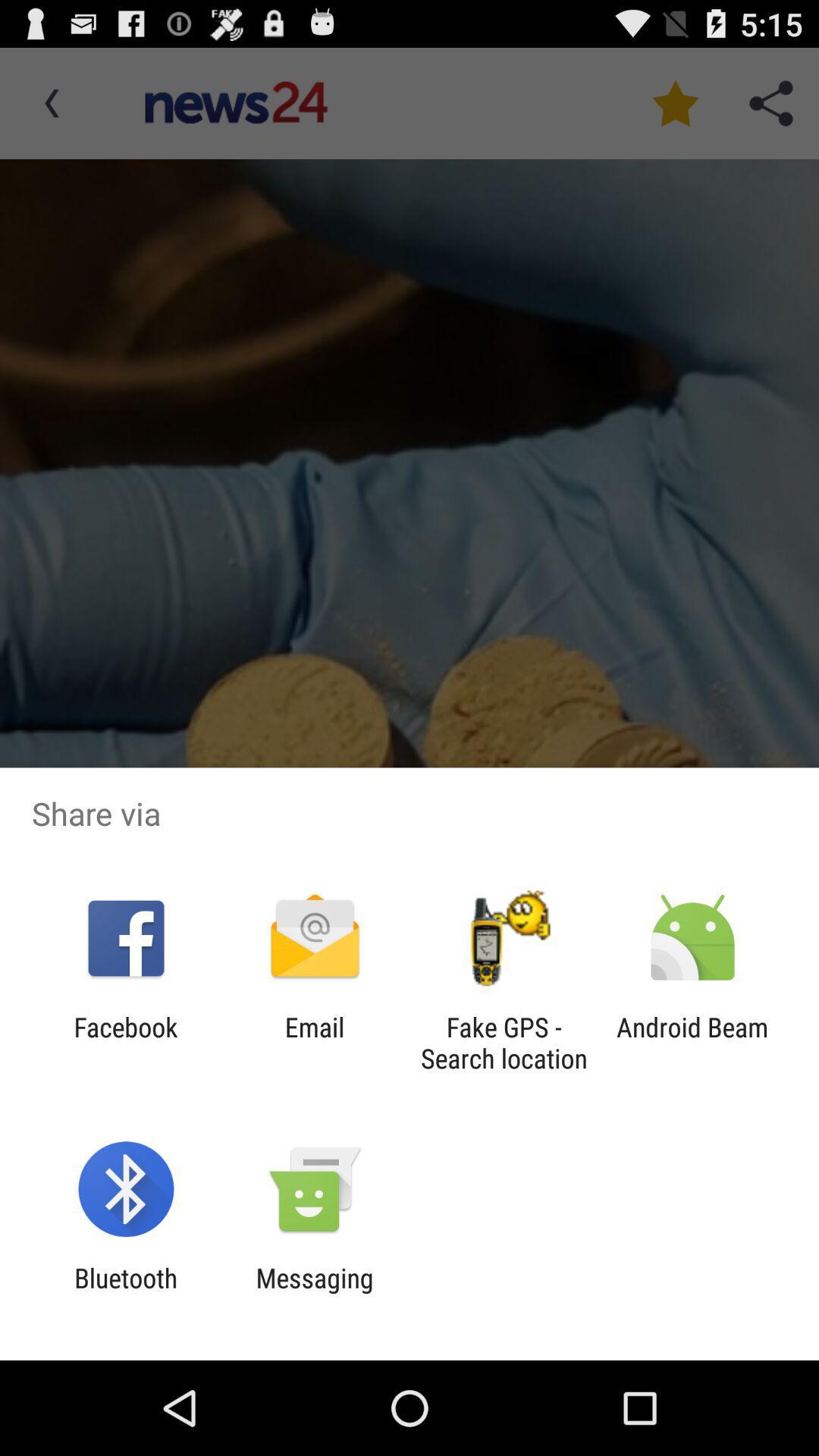 Image resolution: width=819 pixels, height=1456 pixels. What do you see at coordinates (504, 1042) in the screenshot?
I see `the item next to the android beam app` at bounding box center [504, 1042].